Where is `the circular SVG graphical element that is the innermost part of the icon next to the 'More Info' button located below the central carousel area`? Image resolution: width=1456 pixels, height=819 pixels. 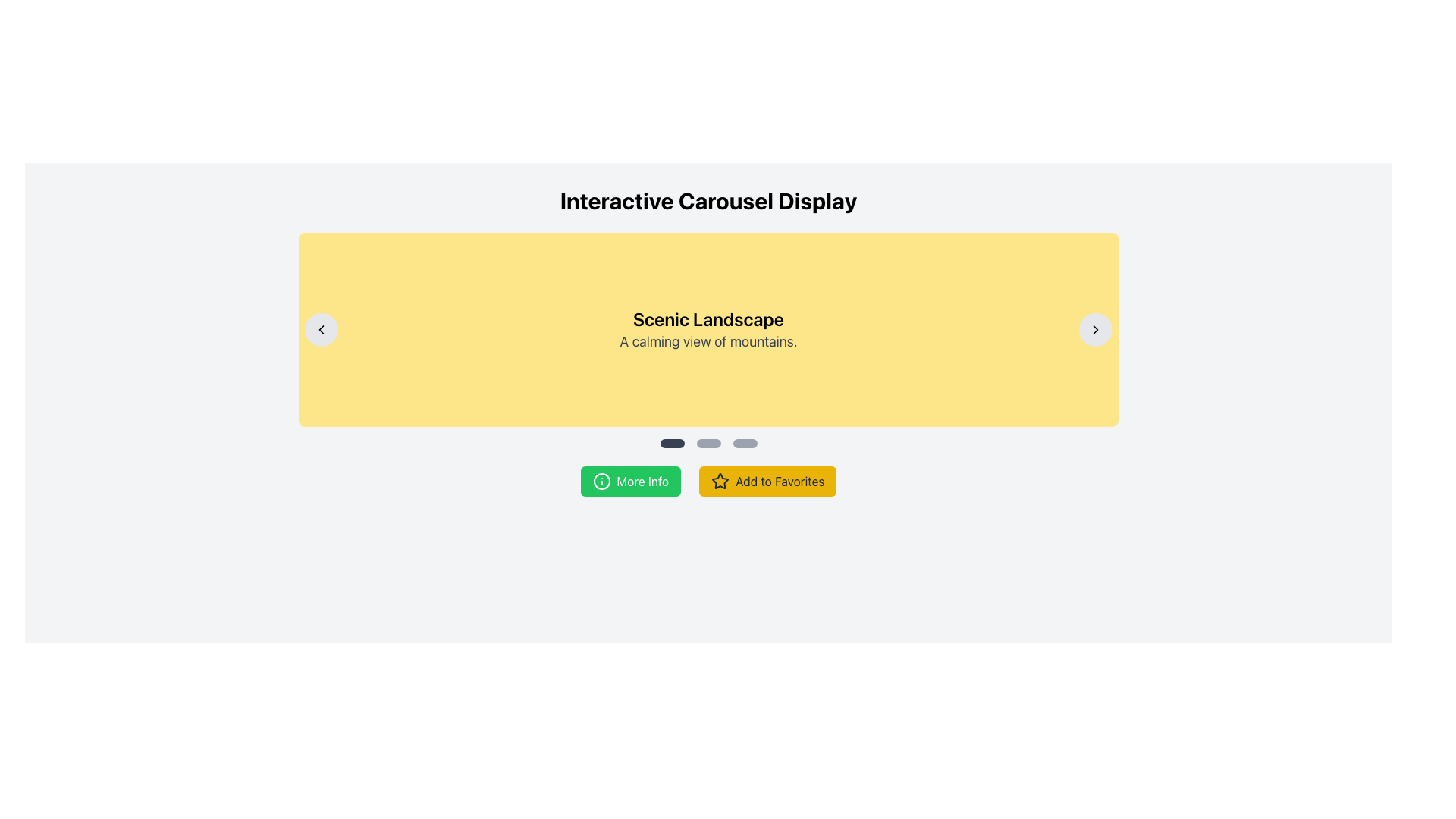 the circular SVG graphical element that is the innermost part of the icon next to the 'More Info' button located below the central carousel area is located at coordinates (601, 482).